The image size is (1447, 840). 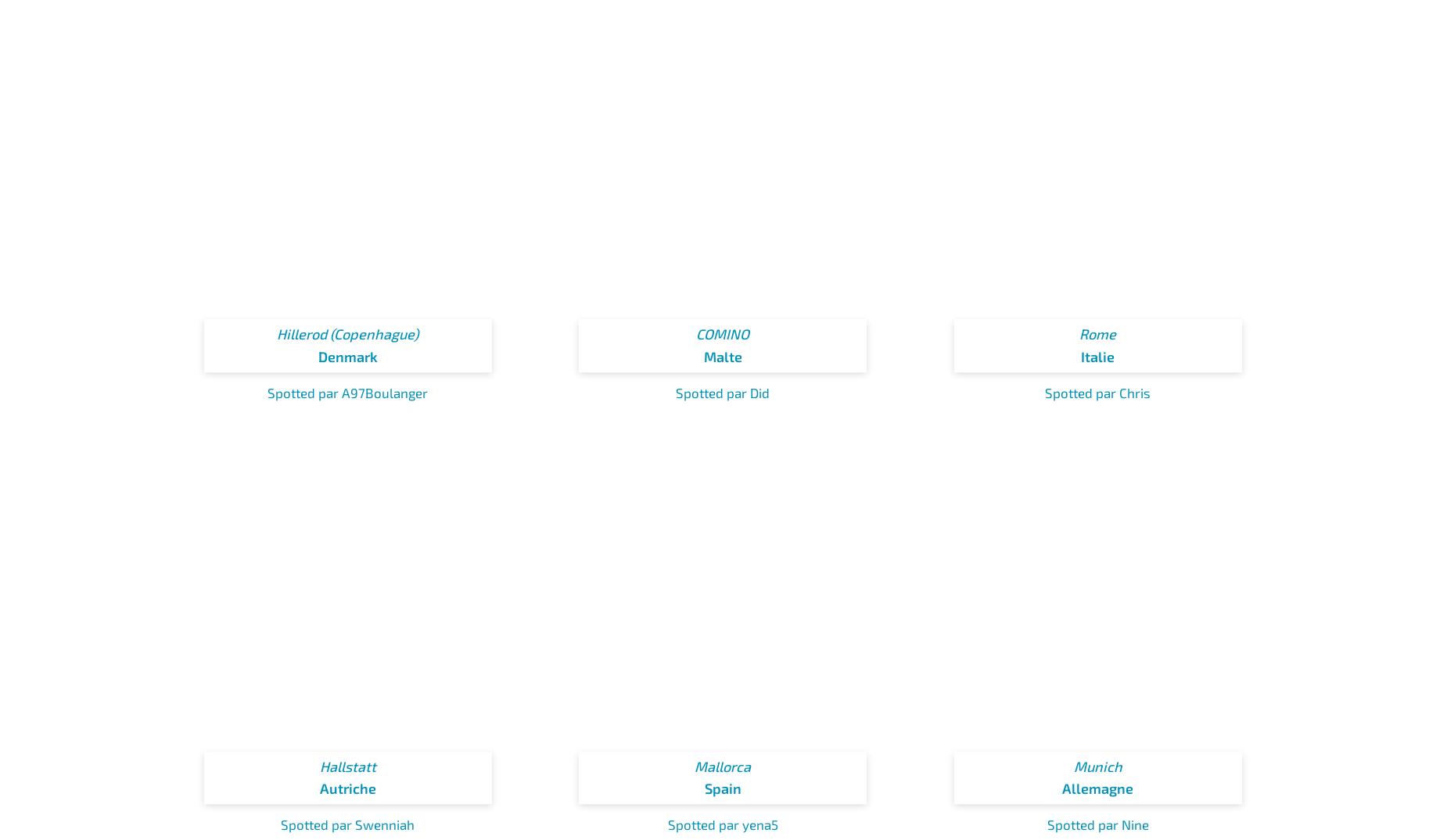 I want to click on 'Allemagne', so click(x=1097, y=787).